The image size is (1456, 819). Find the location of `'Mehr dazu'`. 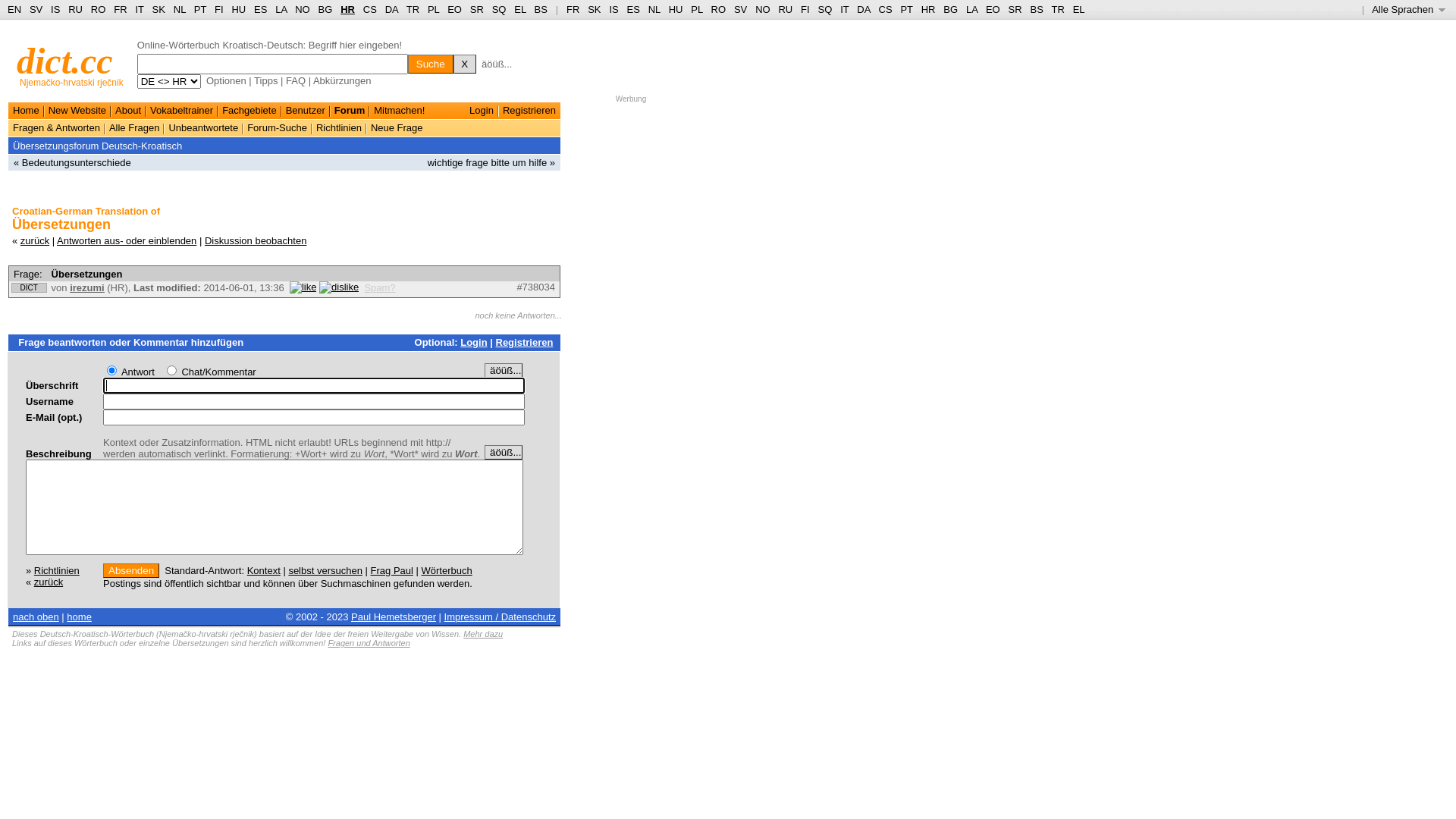

'Mehr dazu' is located at coordinates (482, 634).